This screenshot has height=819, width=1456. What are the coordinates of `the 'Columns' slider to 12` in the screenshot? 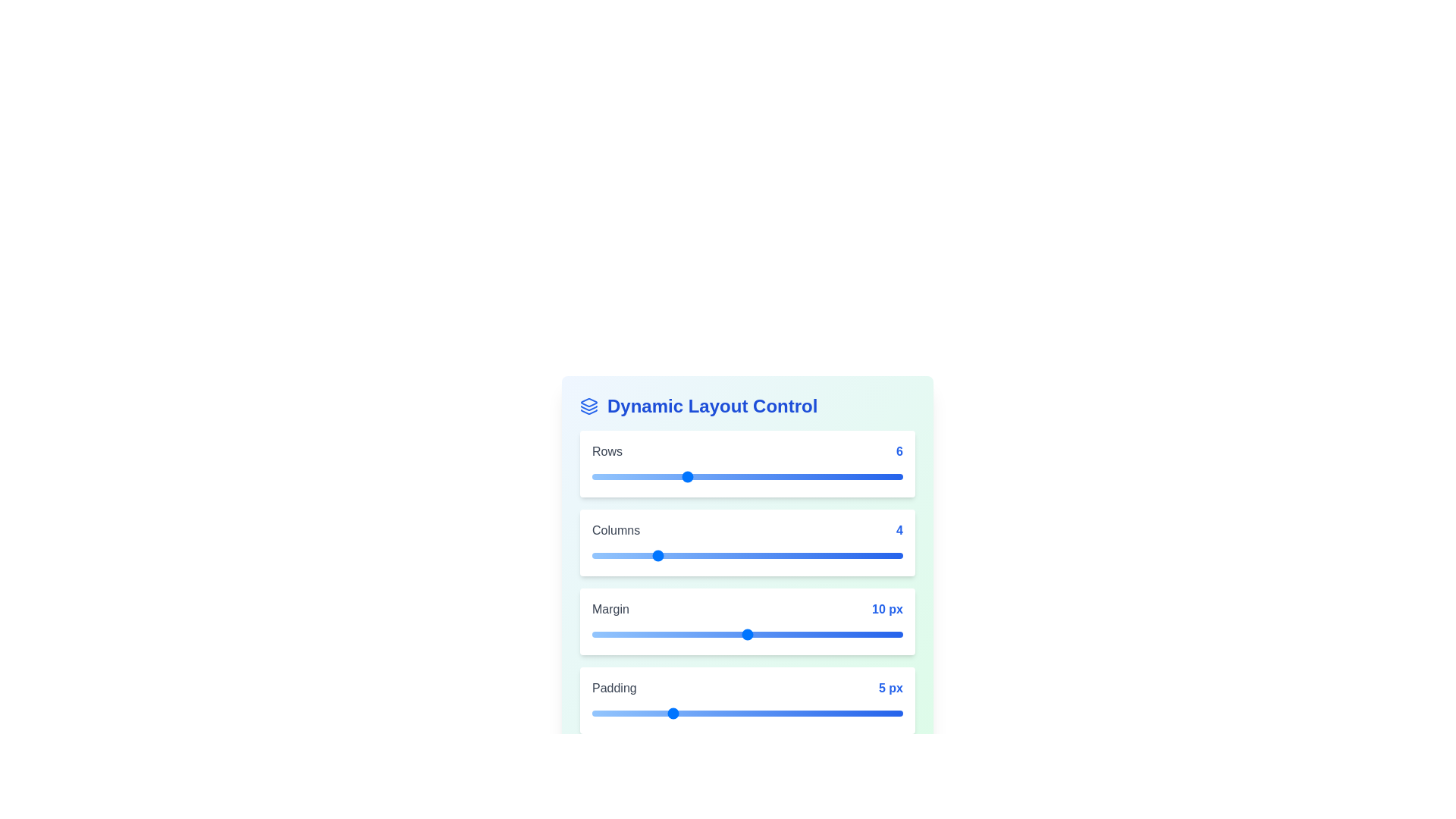 It's located at (779, 555).